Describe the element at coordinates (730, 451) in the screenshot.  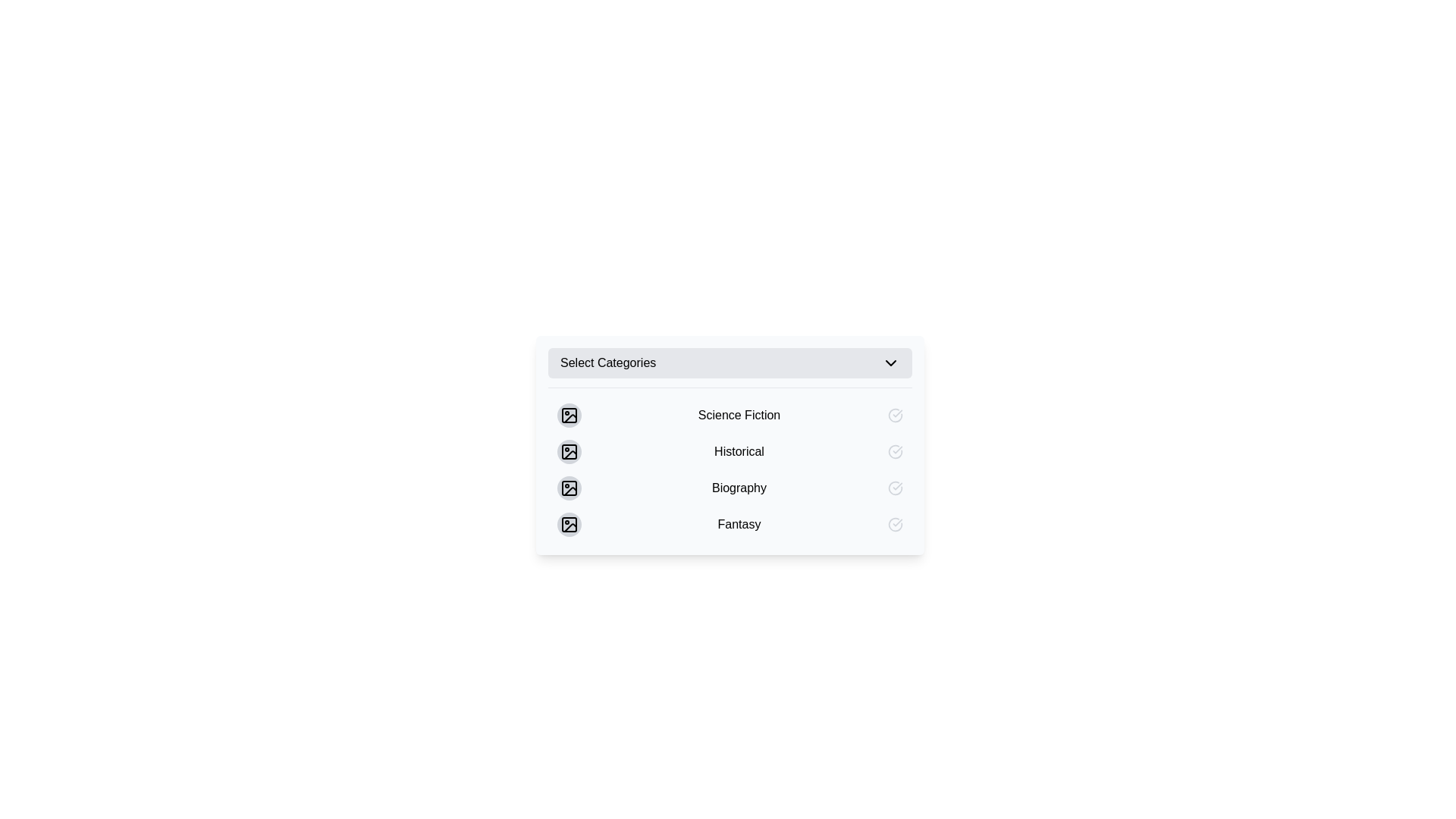
I see `the second list item in the 'Select Categories' list, which contains the text 'Historical' and a checkmark icon` at that location.